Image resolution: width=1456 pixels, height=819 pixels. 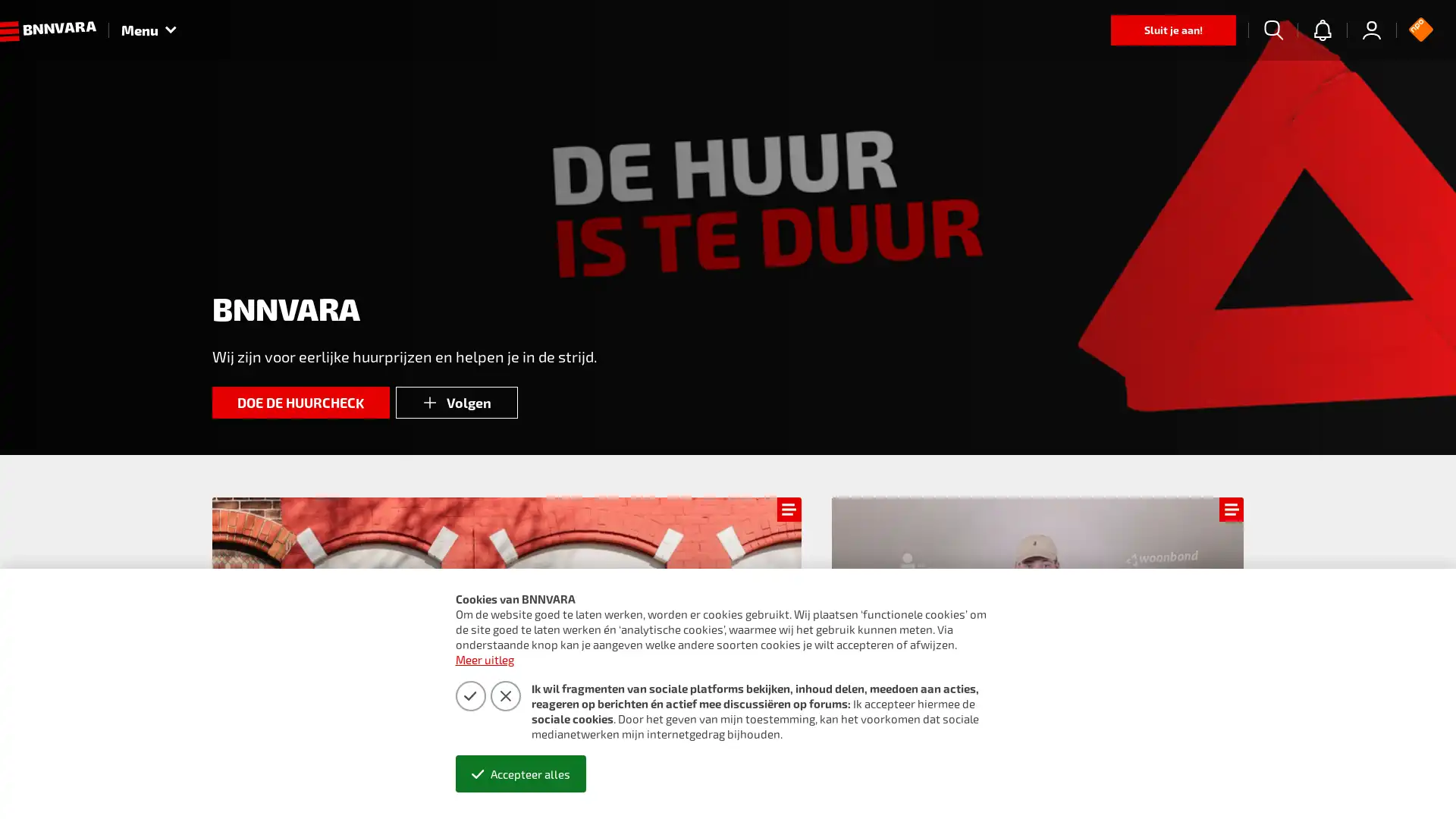 I want to click on Bell, so click(x=1321, y=30).